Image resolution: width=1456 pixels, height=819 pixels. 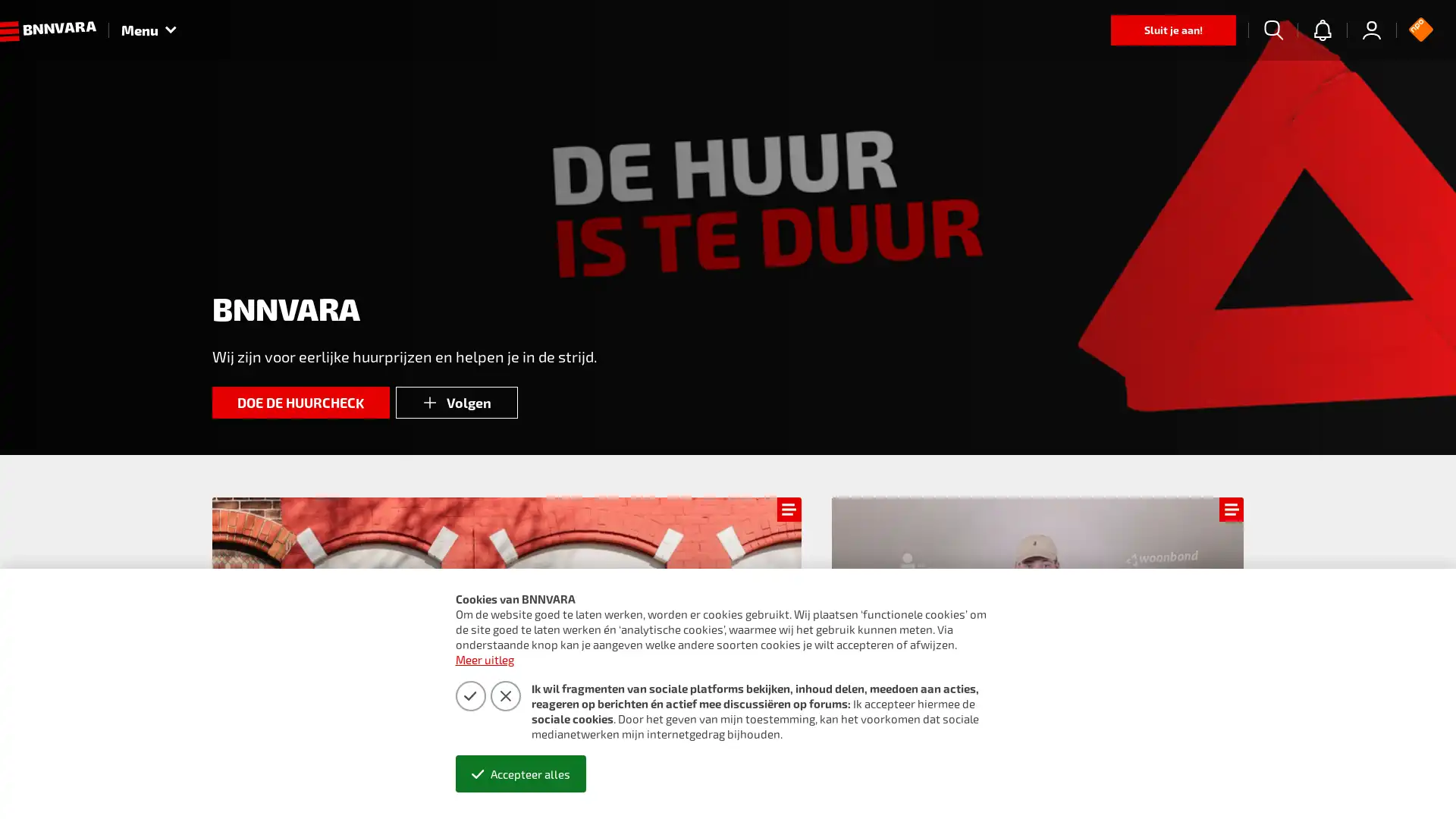 I want to click on Bell, so click(x=1321, y=30).